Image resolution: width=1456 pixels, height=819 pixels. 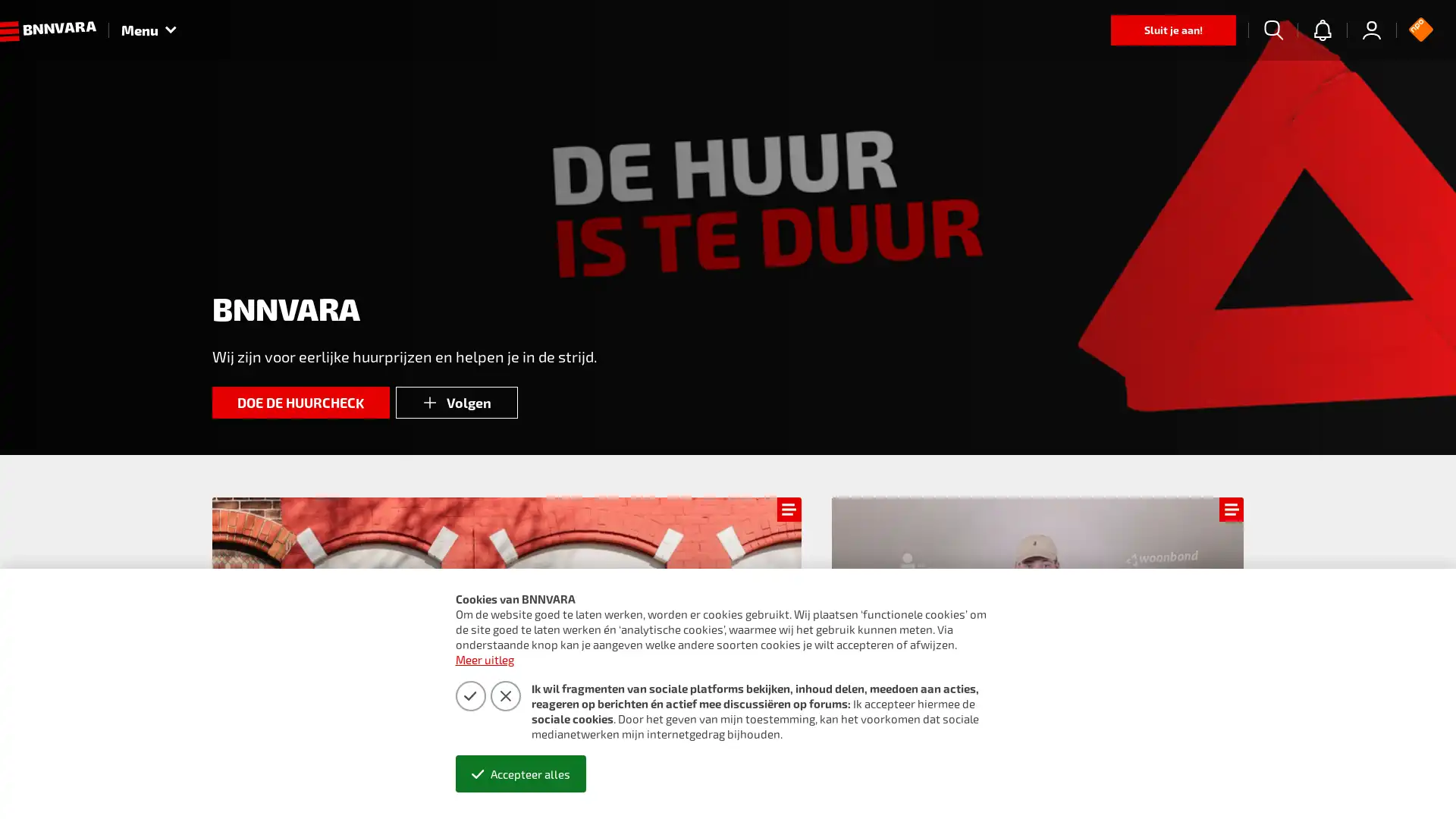 I want to click on Bell, so click(x=1321, y=30).